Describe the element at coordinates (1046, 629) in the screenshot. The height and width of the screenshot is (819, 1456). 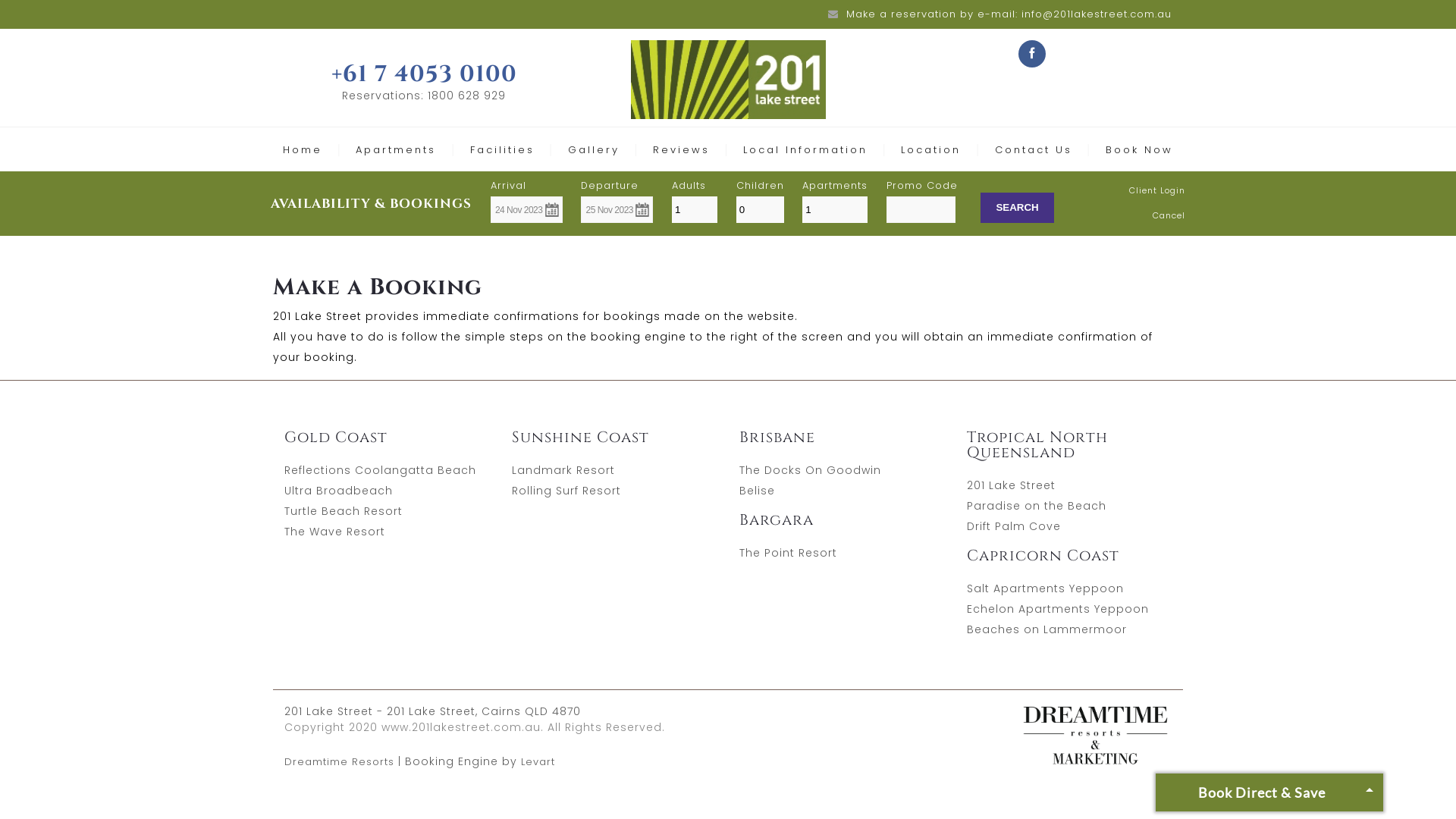
I see `'Beaches on Lammermoor'` at that location.